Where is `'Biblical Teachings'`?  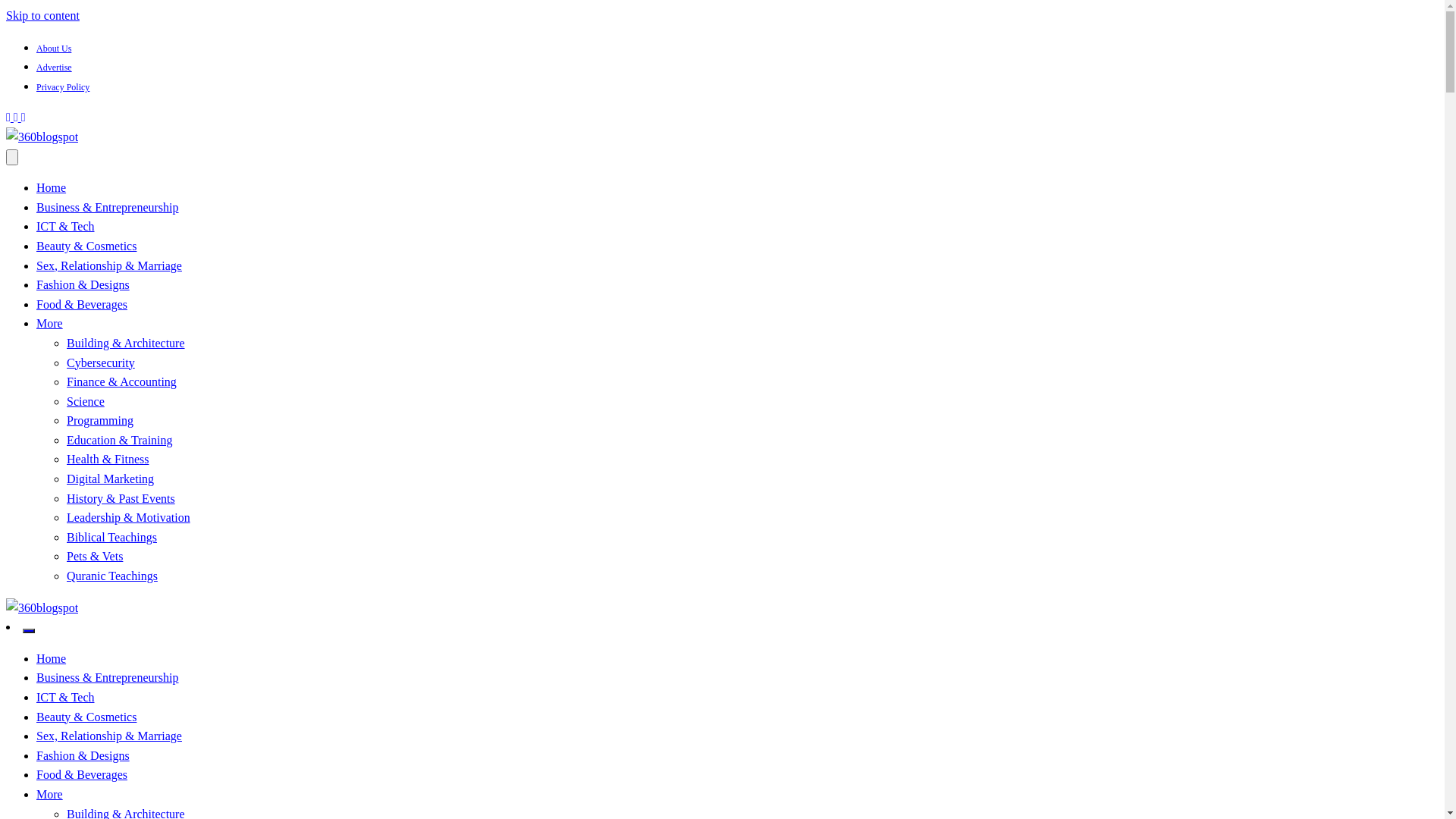
'Biblical Teachings' is located at coordinates (65, 536).